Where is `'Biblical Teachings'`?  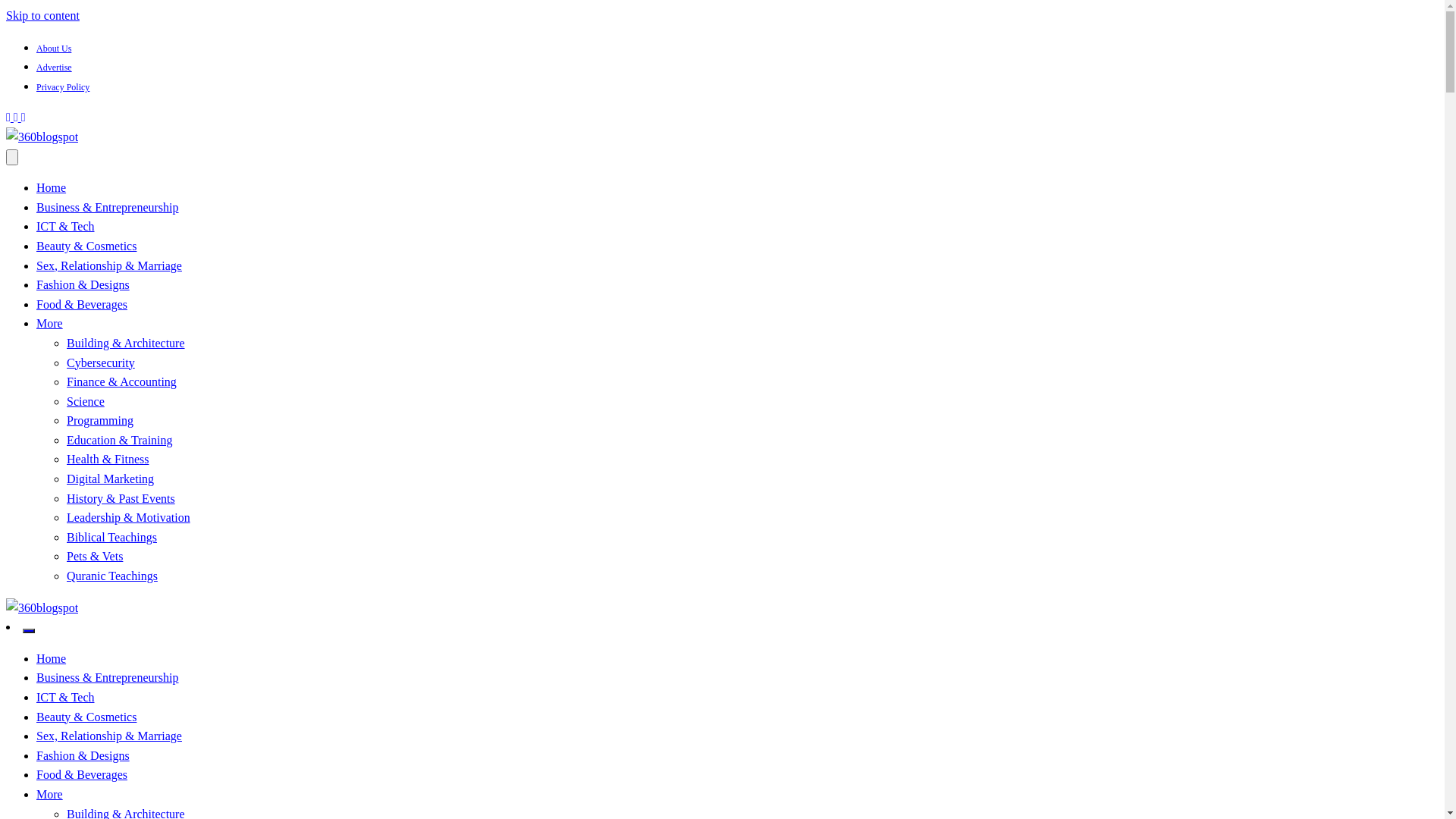
'Biblical Teachings' is located at coordinates (65, 536).